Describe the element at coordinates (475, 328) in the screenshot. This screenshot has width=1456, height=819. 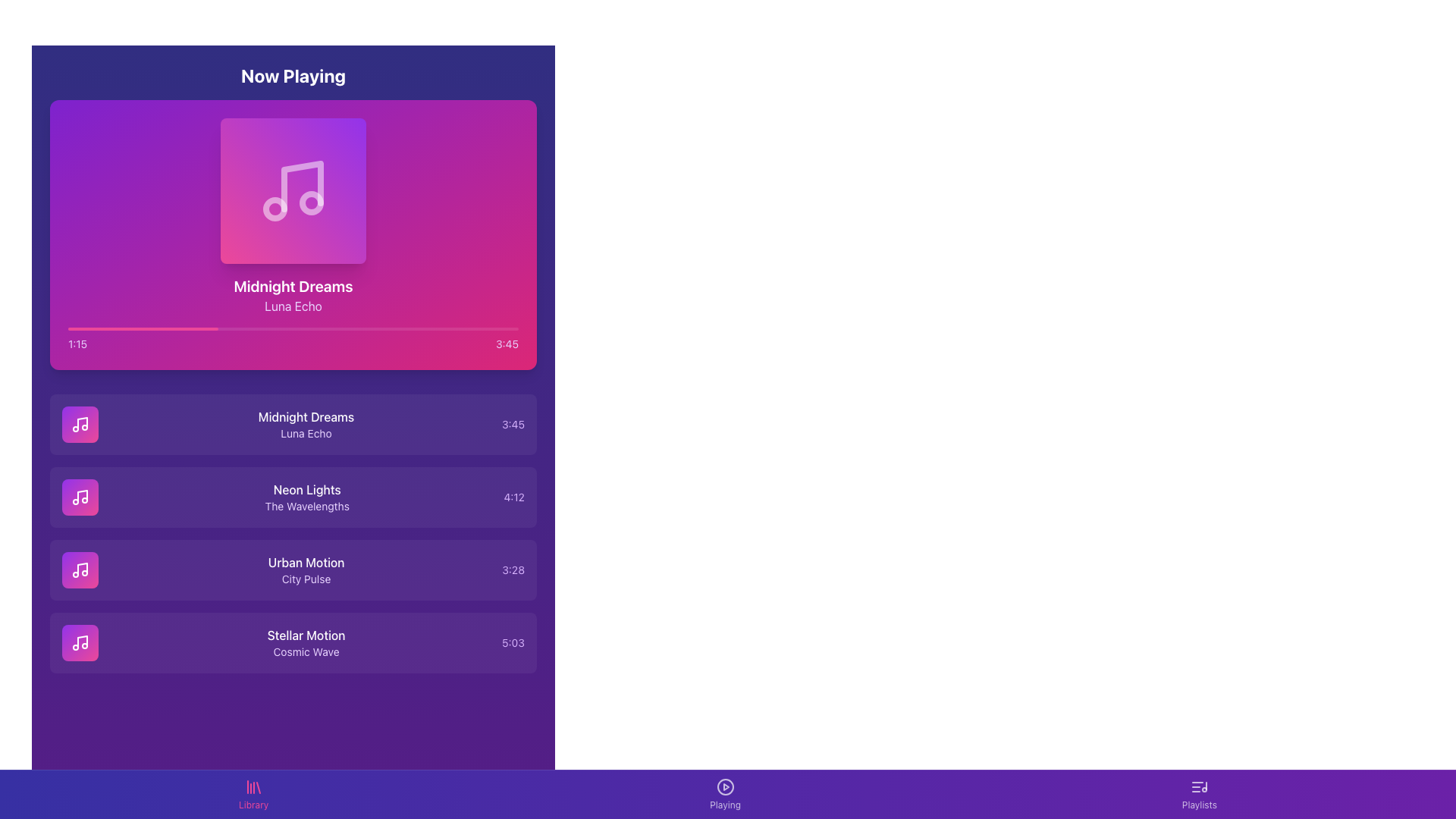
I see `the playback progress` at that location.